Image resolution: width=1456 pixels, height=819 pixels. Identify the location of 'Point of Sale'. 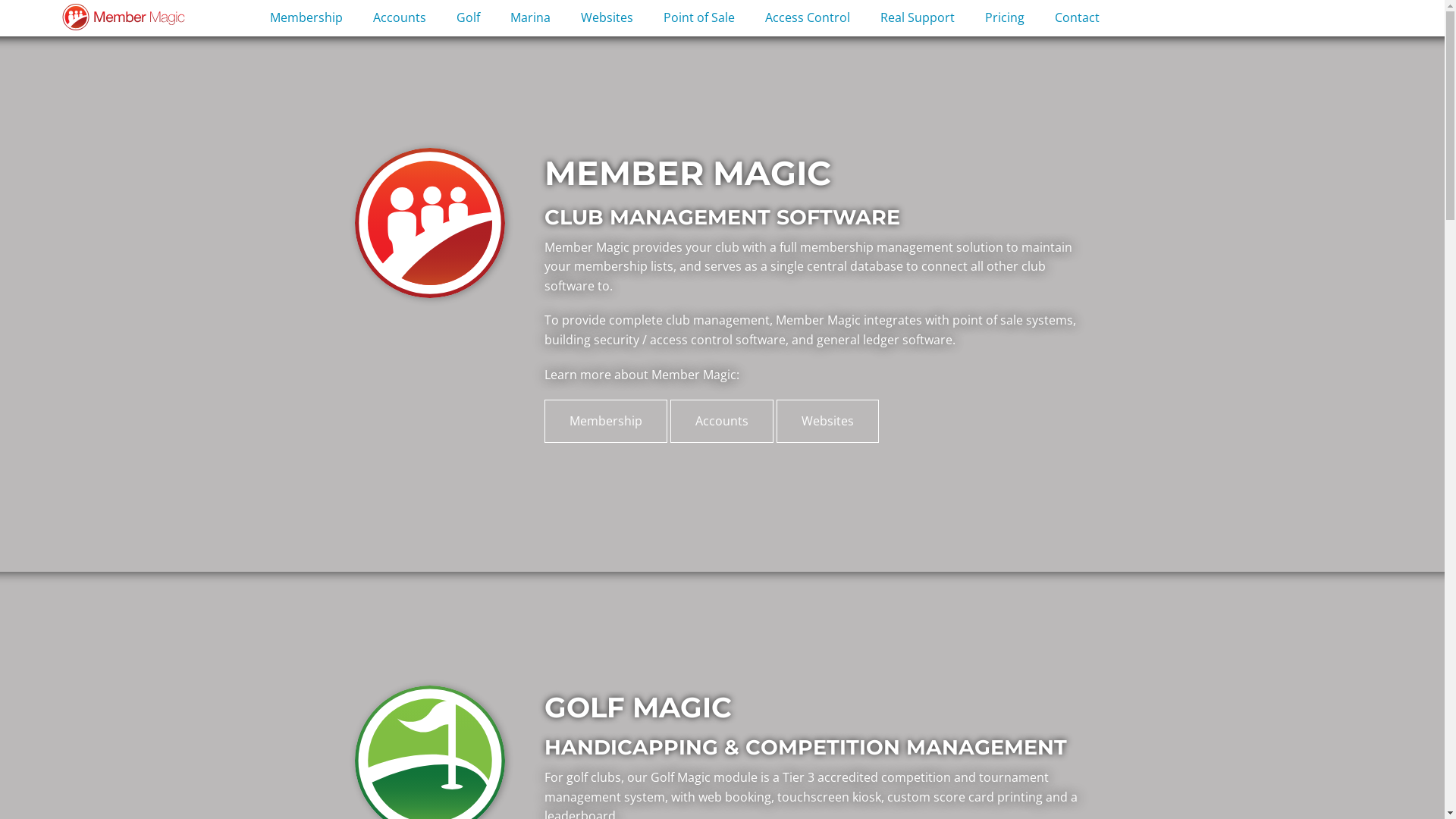
(698, 18).